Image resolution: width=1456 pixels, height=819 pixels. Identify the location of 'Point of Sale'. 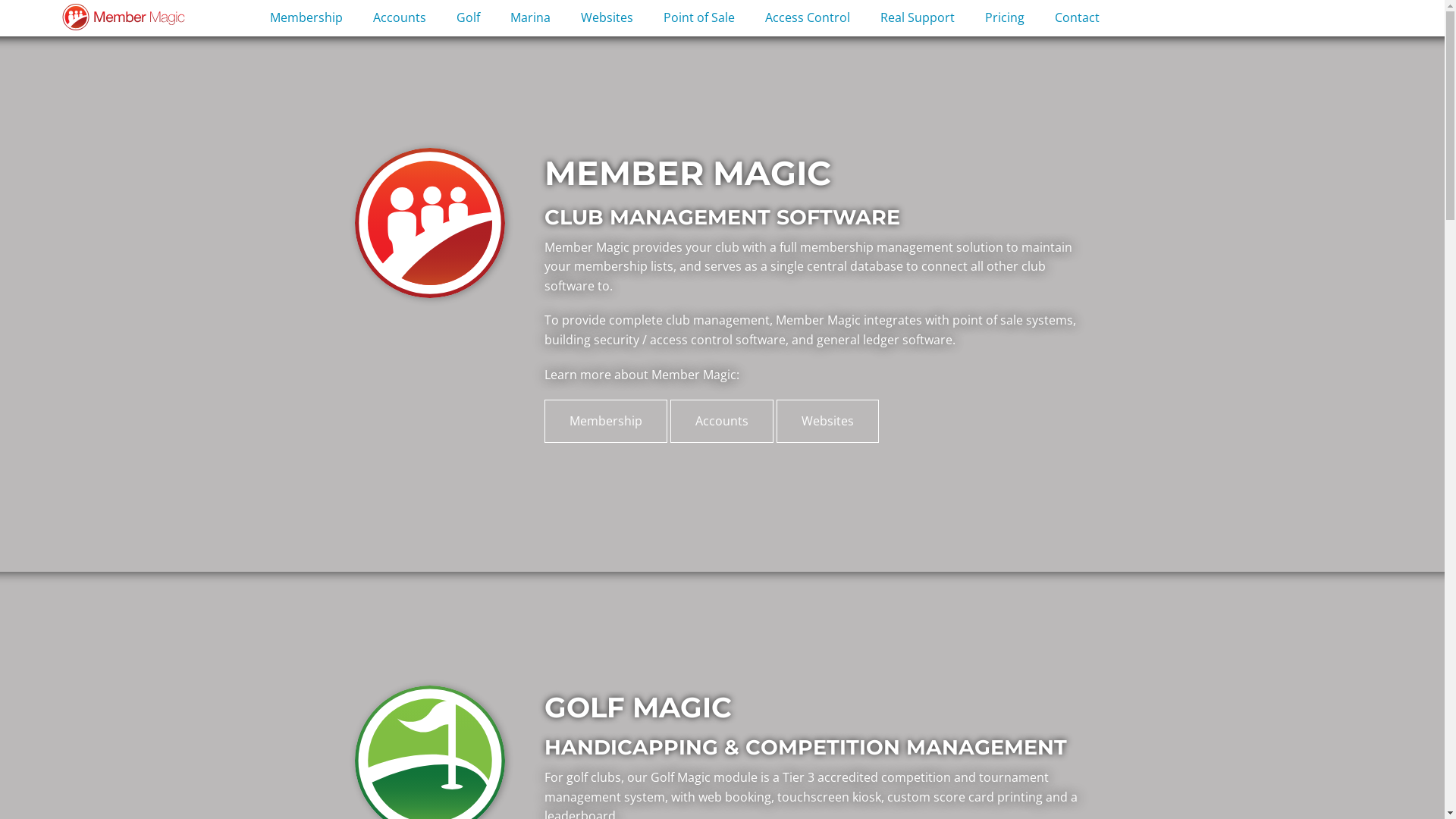
(698, 18).